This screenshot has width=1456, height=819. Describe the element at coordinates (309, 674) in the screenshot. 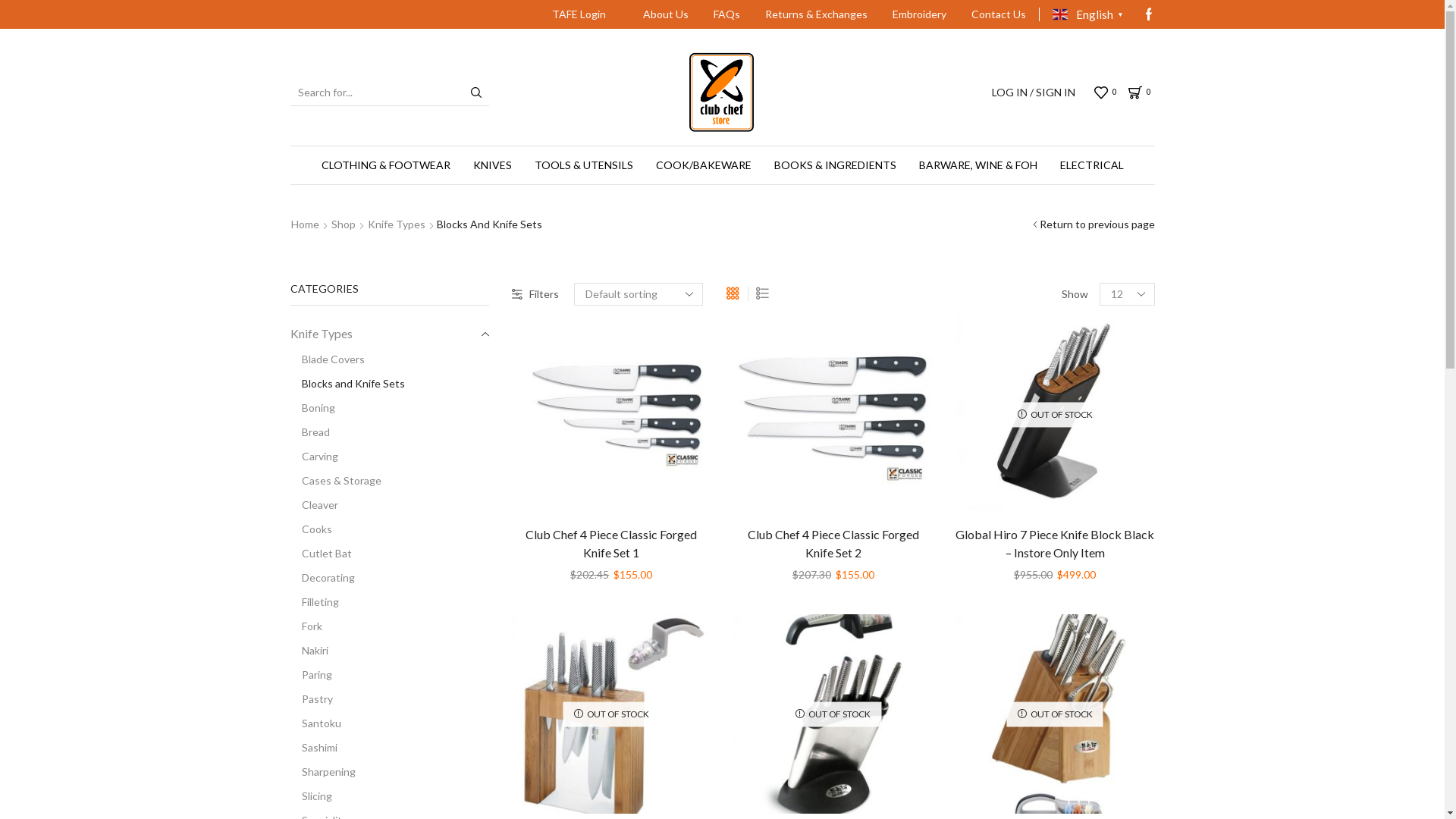

I see `'Paring'` at that location.